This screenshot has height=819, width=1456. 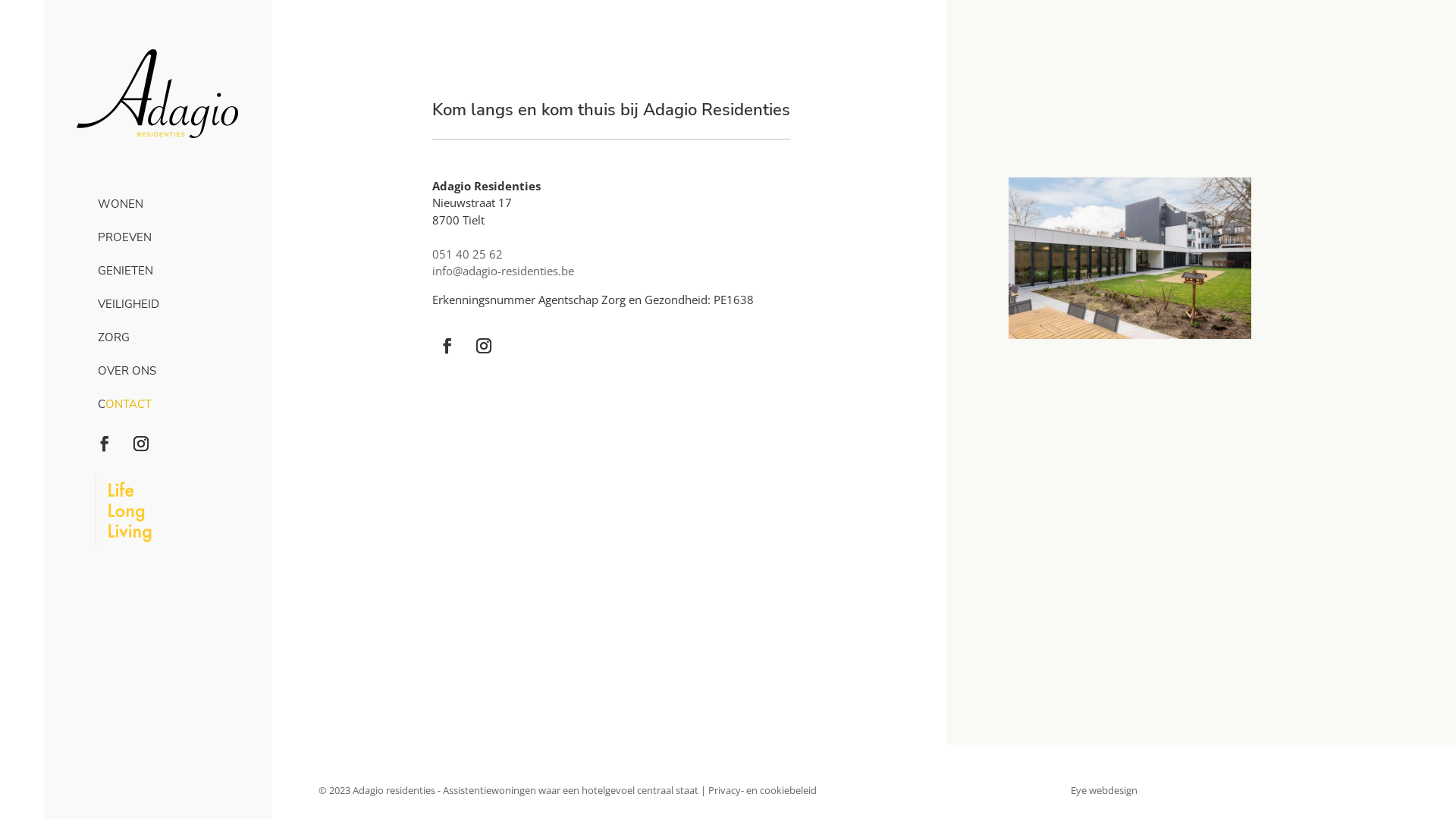 What do you see at coordinates (157, 371) in the screenshot?
I see `'OVER ONS'` at bounding box center [157, 371].